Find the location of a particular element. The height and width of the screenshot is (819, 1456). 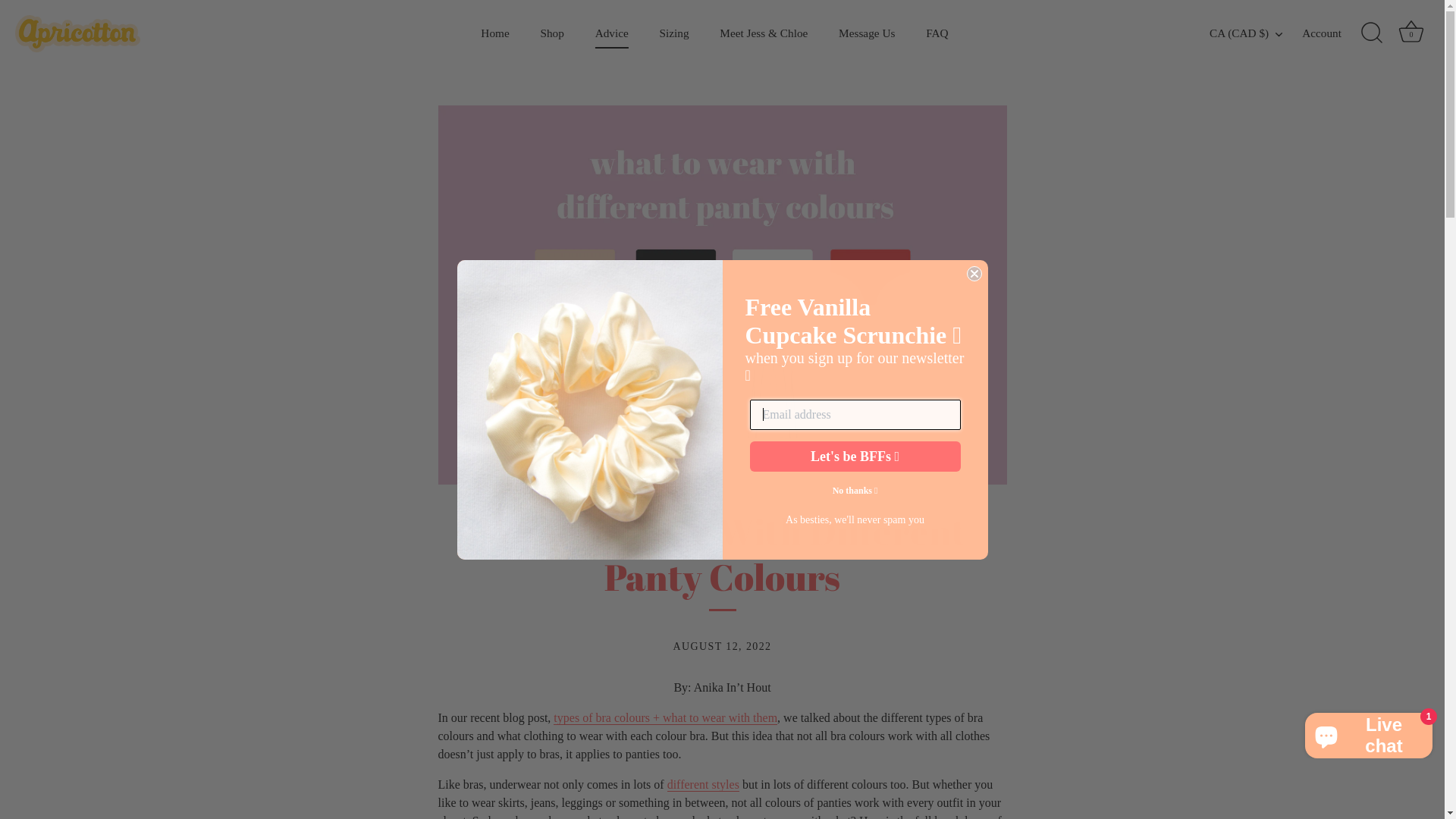

'Vanilla Cupcake Scrunchie' is located at coordinates (588, 408).